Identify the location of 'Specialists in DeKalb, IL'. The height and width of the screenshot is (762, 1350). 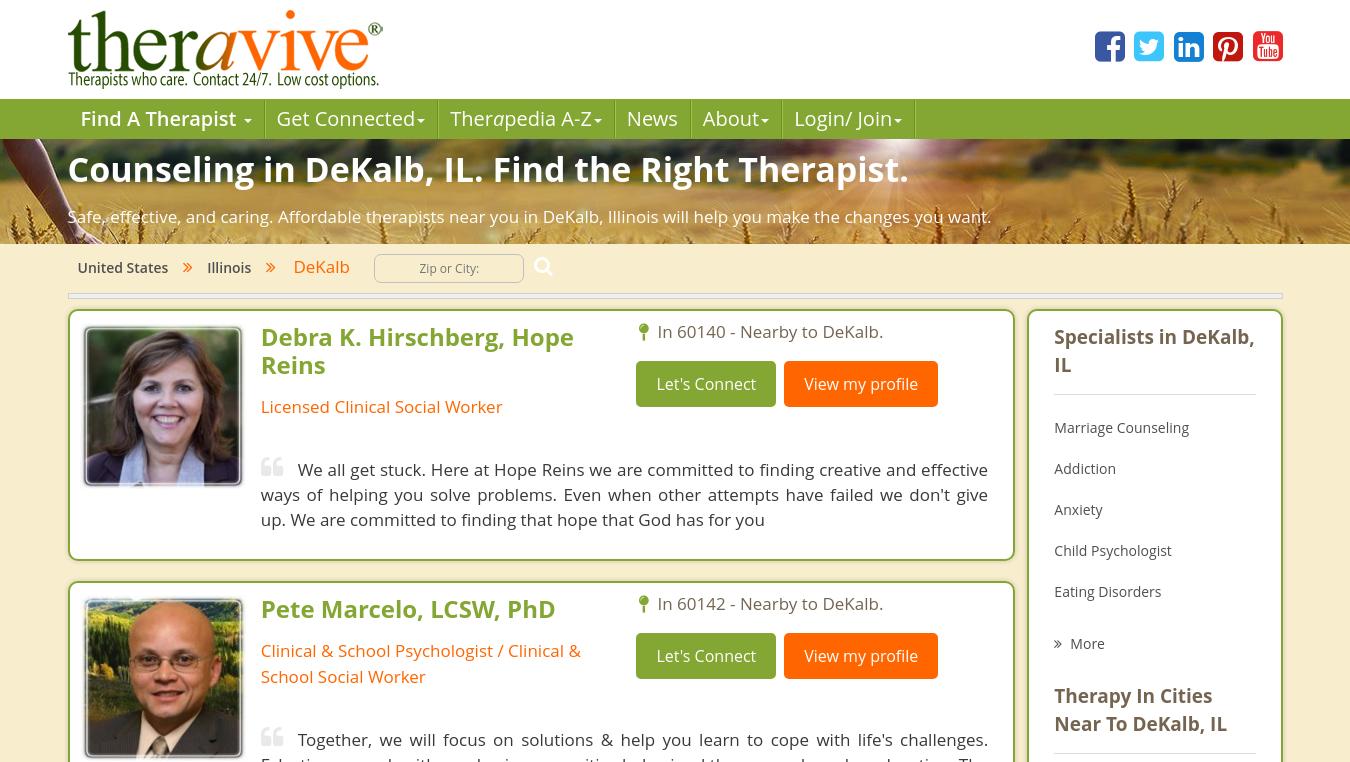
(1152, 350).